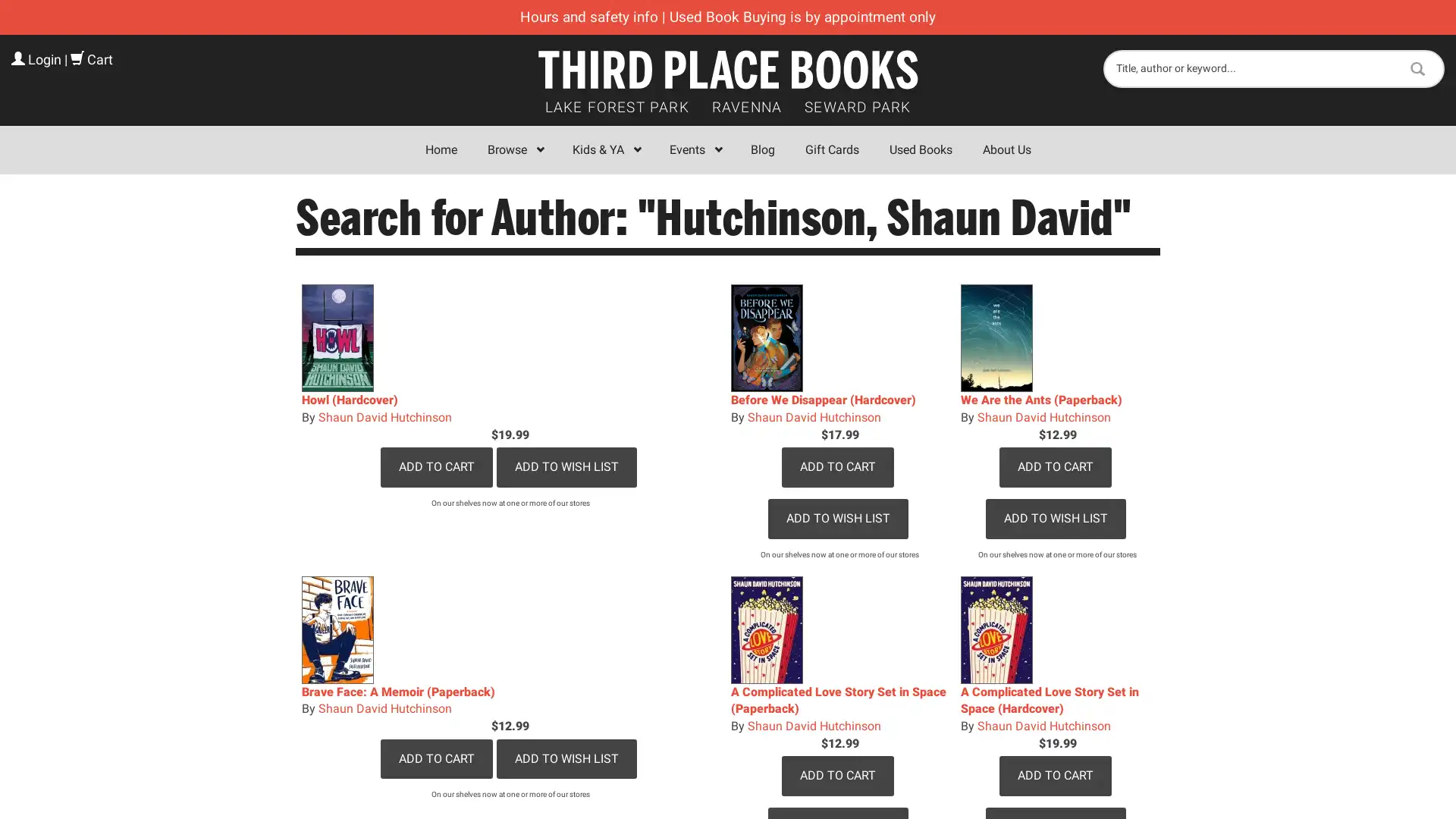 The image size is (1456, 819). What do you see at coordinates (836, 517) in the screenshot?
I see `Add to Wish List` at bounding box center [836, 517].